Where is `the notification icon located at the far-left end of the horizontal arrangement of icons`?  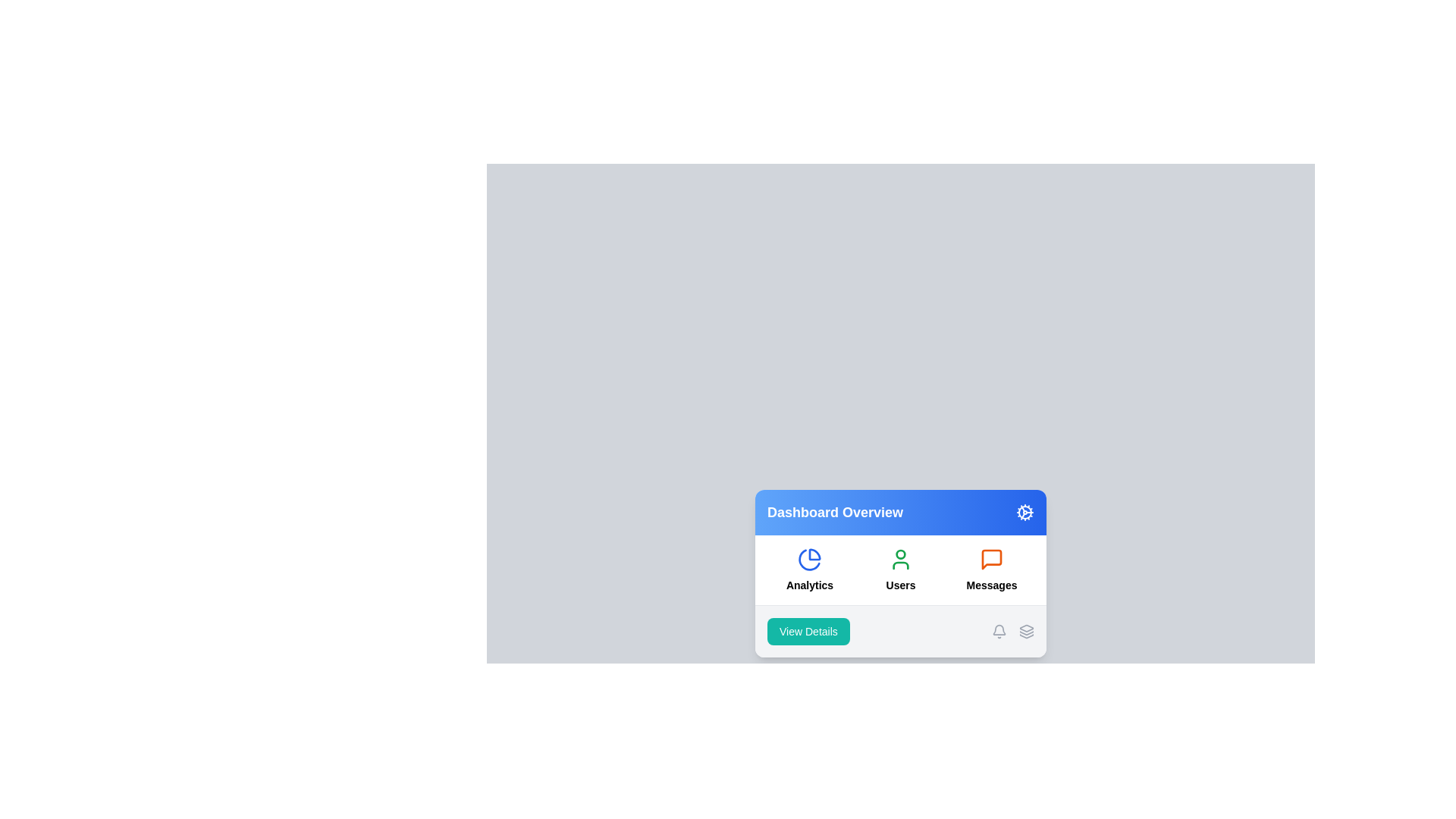
the notification icon located at the far-left end of the horizontal arrangement of icons is located at coordinates (999, 631).